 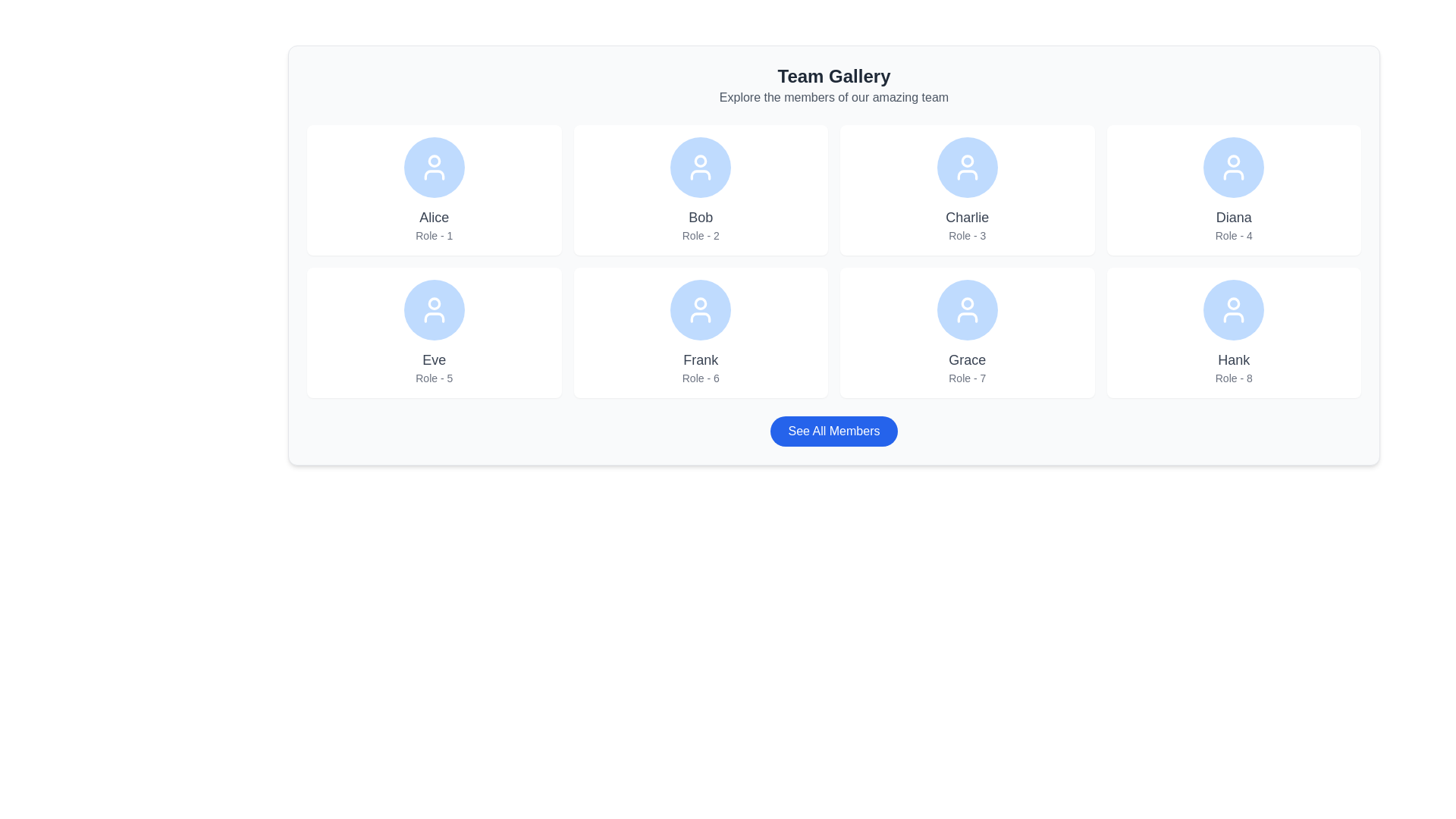 I want to click on the text label displaying the name 'Hank', which serves as the title of a specific team member card located in the second row and fourth column of a grid layout, so click(x=1234, y=359).